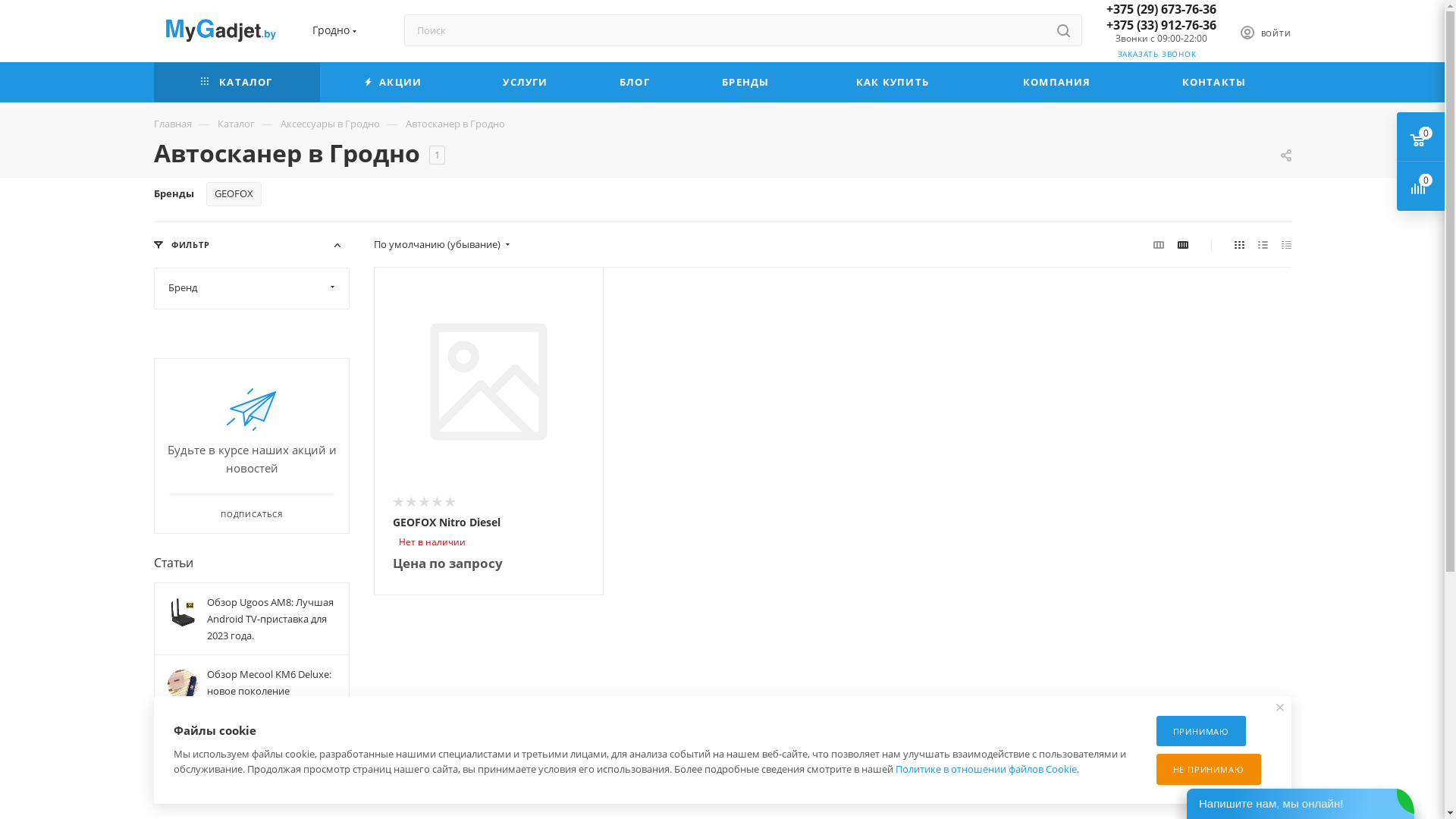 Image resolution: width=1456 pixels, height=819 pixels. What do you see at coordinates (488, 381) in the screenshot?
I see `'GEOFOX Nitro Diesel'` at bounding box center [488, 381].